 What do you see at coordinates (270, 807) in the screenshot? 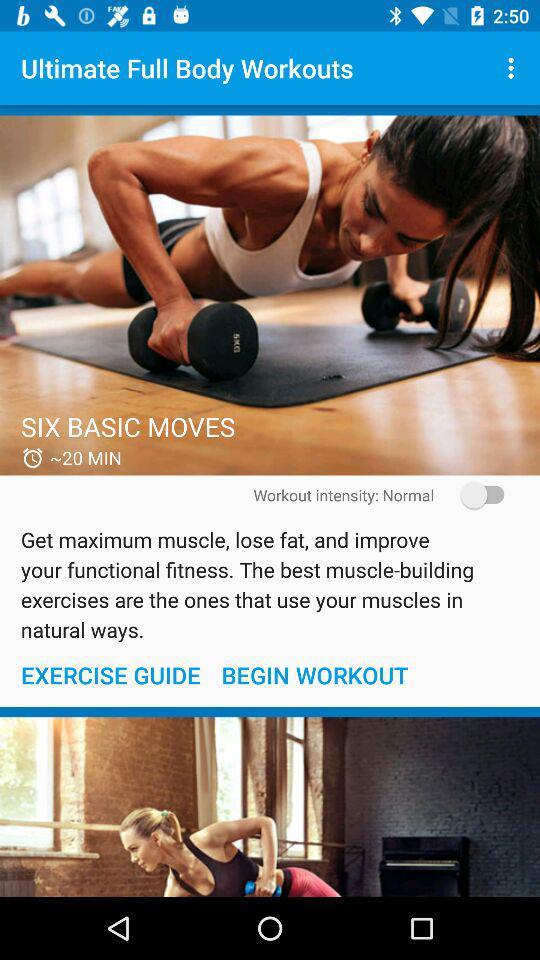
I see `begin work out` at bounding box center [270, 807].